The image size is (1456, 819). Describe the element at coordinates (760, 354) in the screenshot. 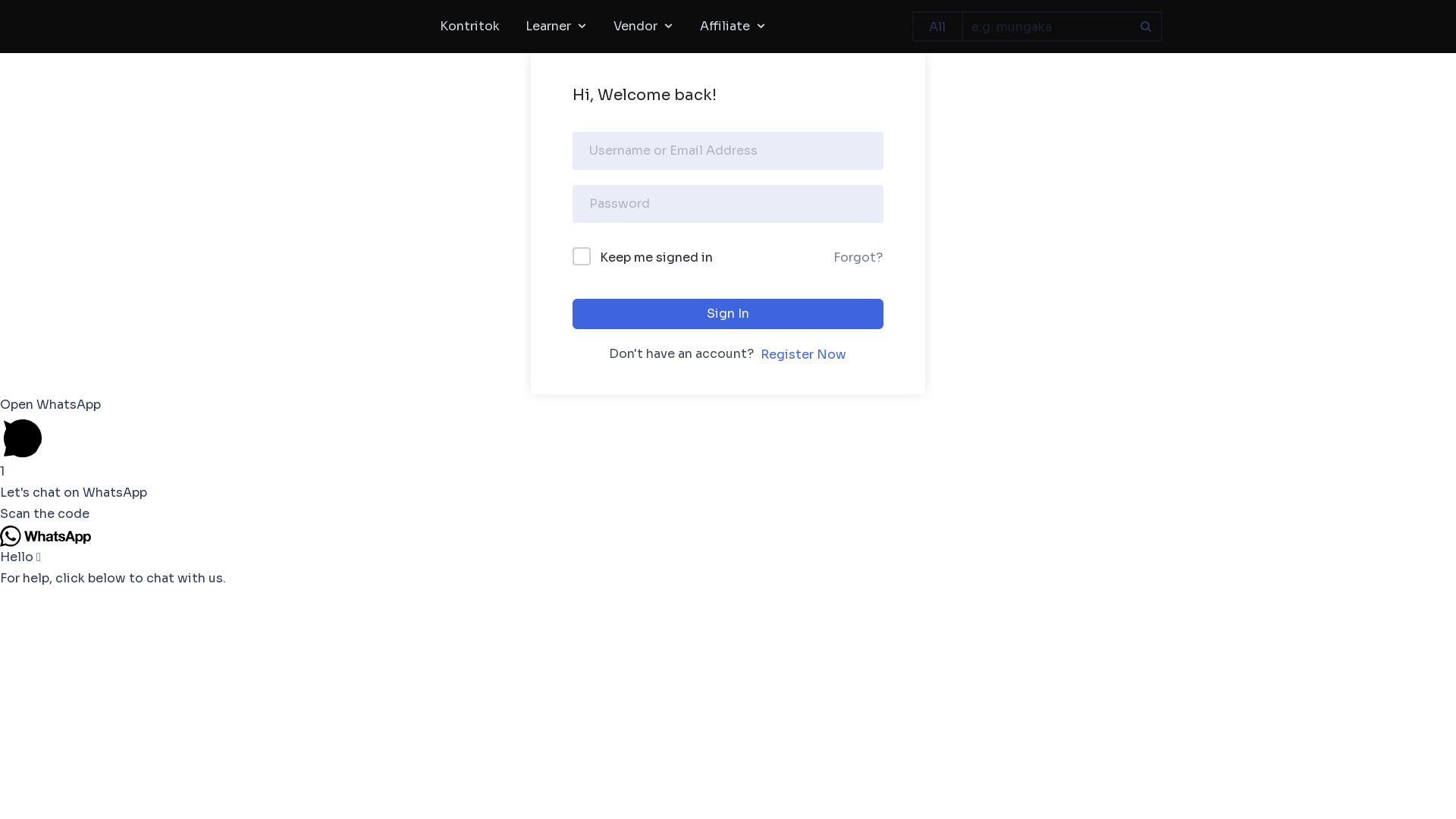

I see `'Register Now'` at that location.